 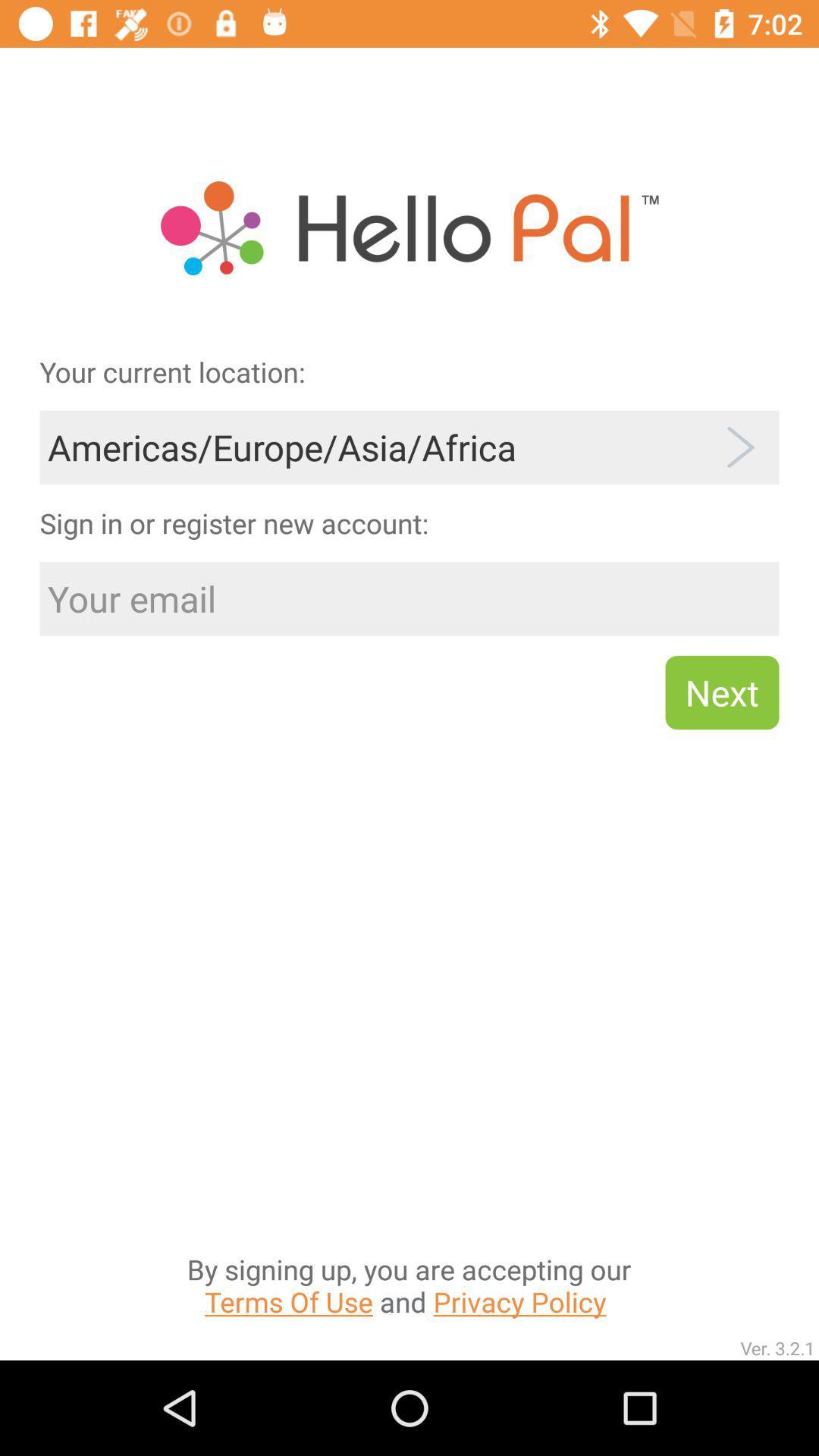 What do you see at coordinates (408, 1133) in the screenshot?
I see `the item below the next icon` at bounding box center [408, 1133].